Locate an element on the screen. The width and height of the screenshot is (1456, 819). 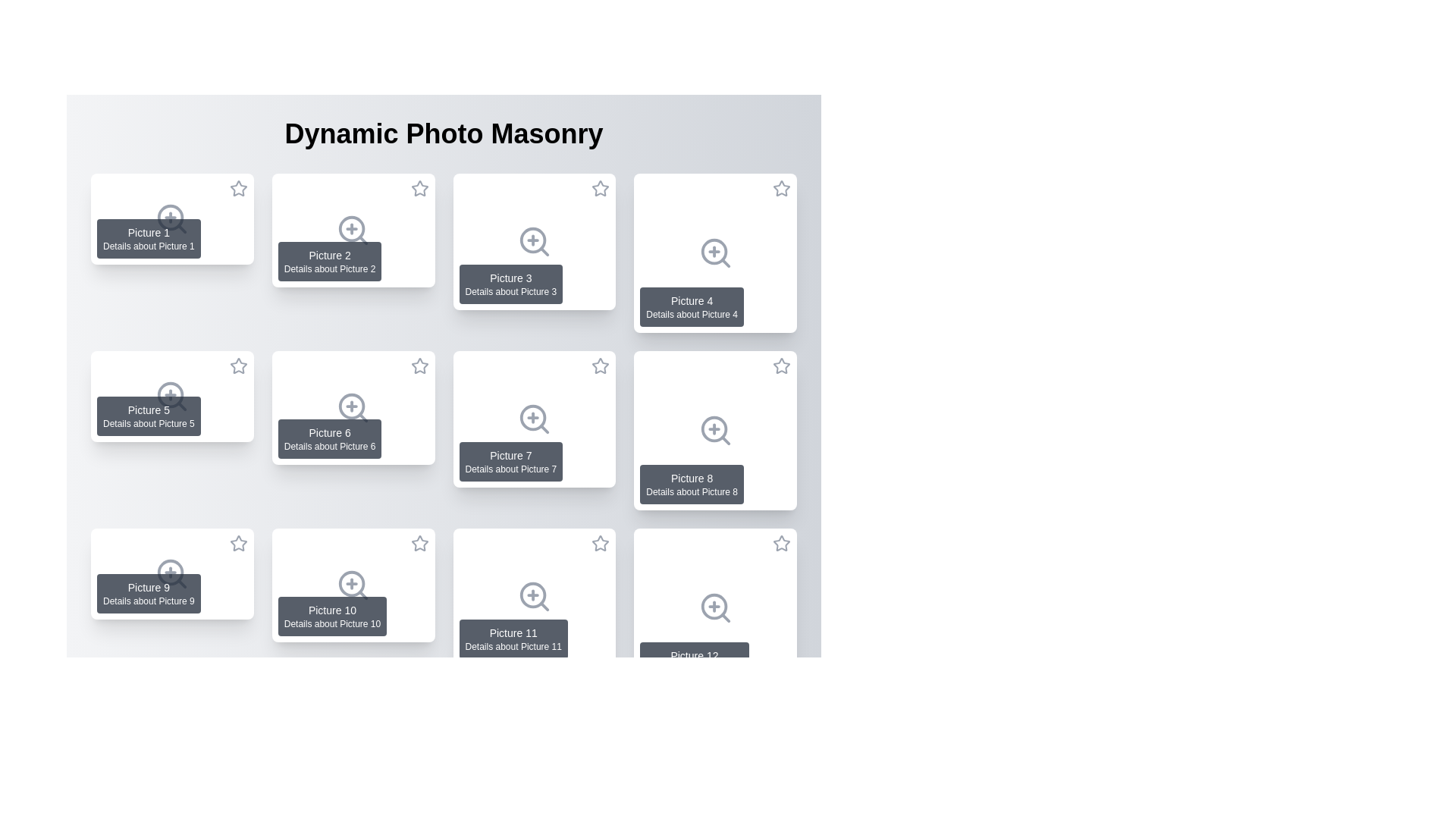
the small, gray-colored text displaying 'Details about Picture 9' located in the bottom-left area of the card labeled 'Picture 9' is located at coordinates (149, 601).